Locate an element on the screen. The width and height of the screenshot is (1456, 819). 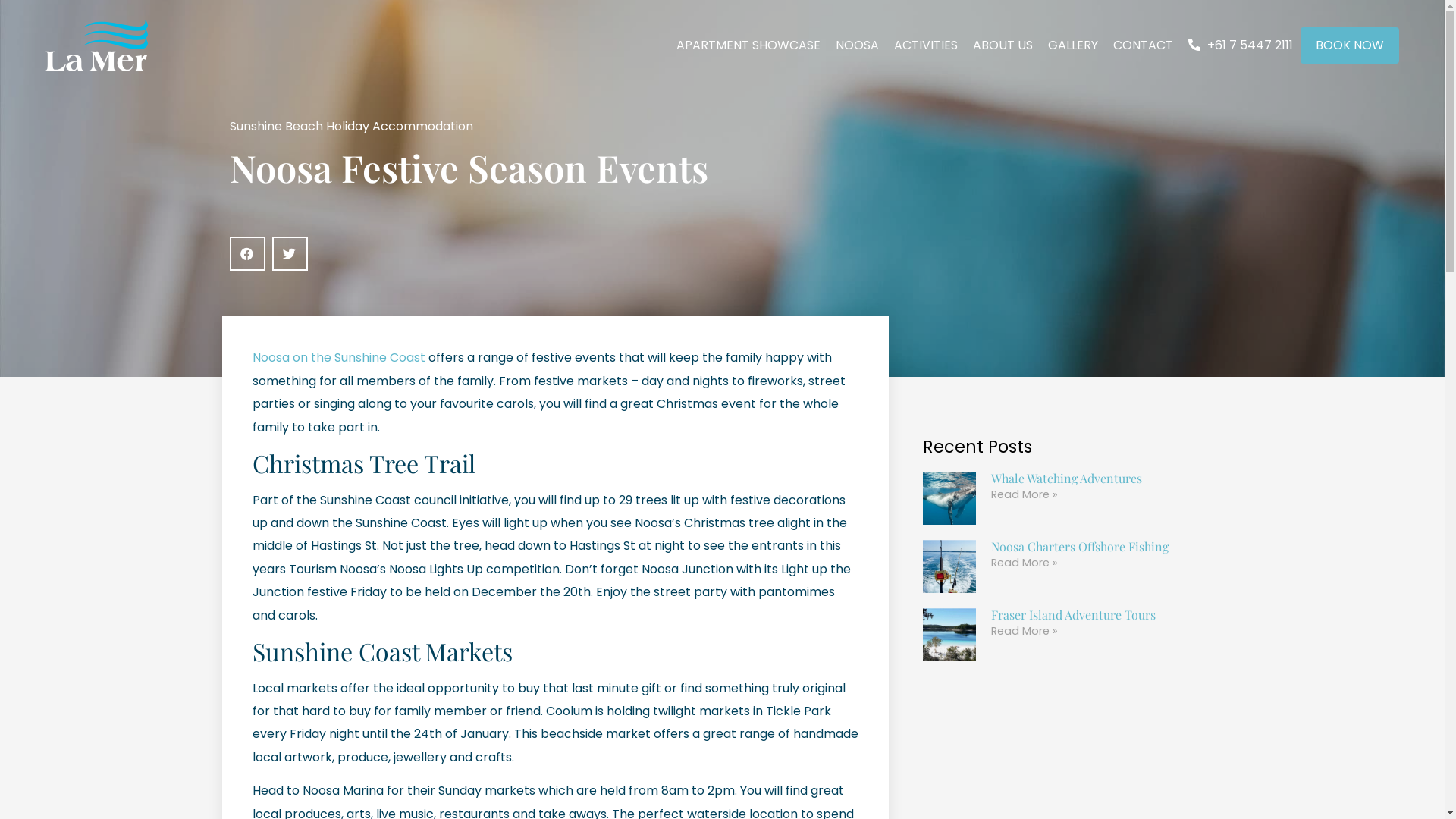
'+61 7 5447 2111' is located at coordinates (1241, 45).